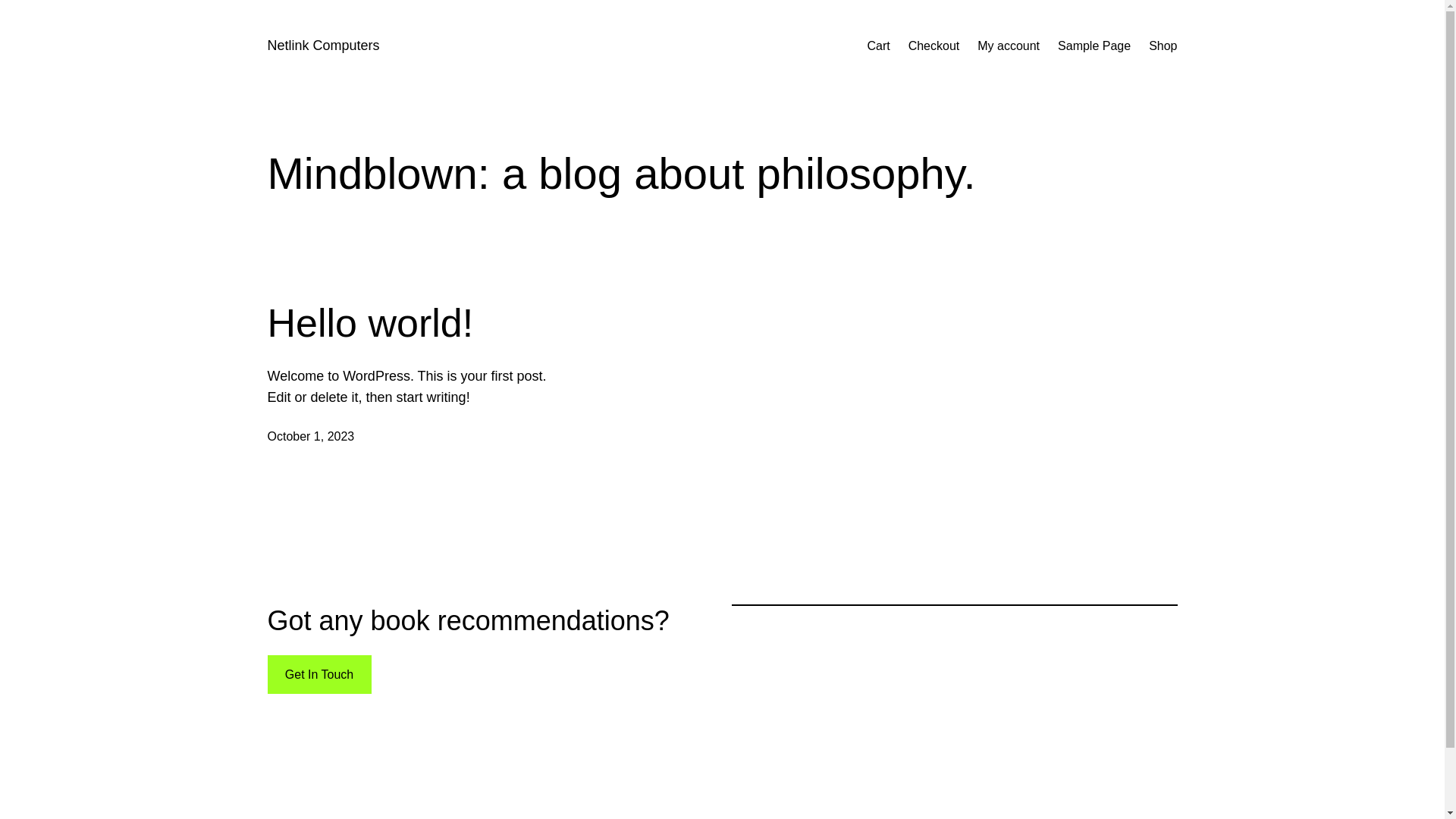 The image size is (1456, 819). What do you see at coordinates (322, 45) in the screenshot?
I see `'Netlink Computers'` at bounding box center [322, 45].